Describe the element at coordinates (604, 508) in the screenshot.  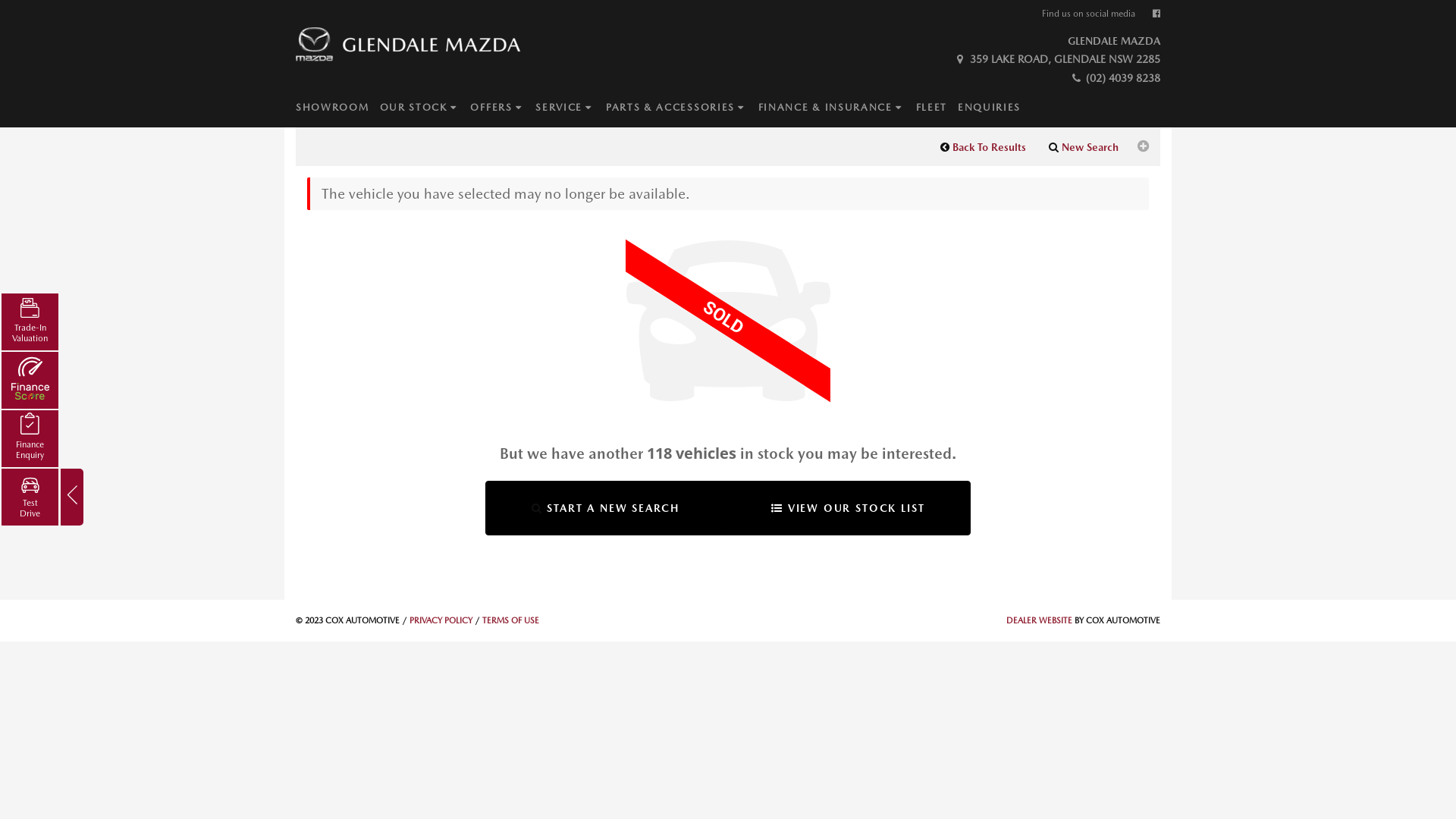
I see `'START A NEW SEARCH'` at that location.